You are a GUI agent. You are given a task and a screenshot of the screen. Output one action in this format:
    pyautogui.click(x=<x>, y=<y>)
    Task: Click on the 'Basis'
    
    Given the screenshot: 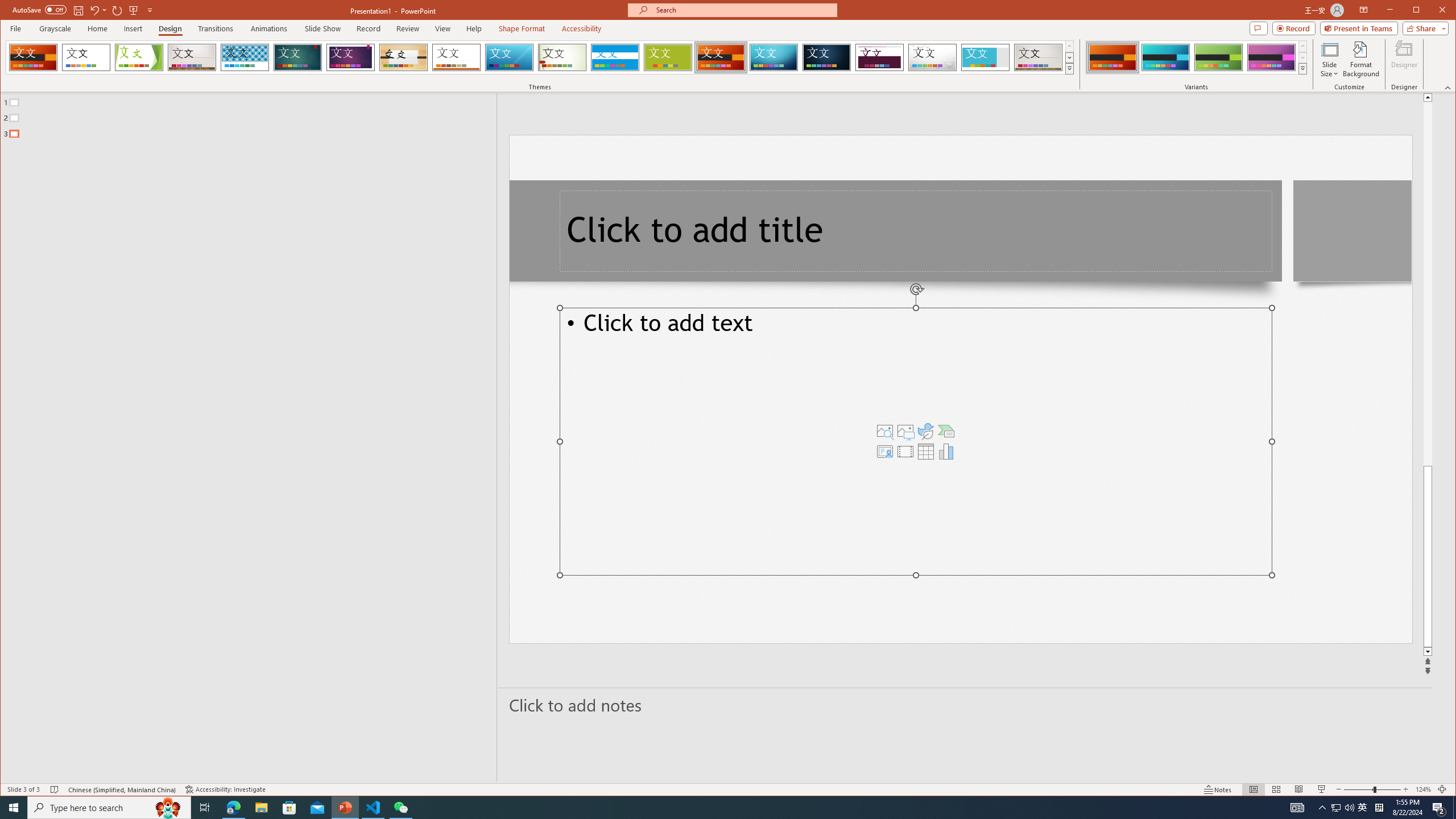 What is the action you would take?
    pyautogui.click(x=668, y=57)
    